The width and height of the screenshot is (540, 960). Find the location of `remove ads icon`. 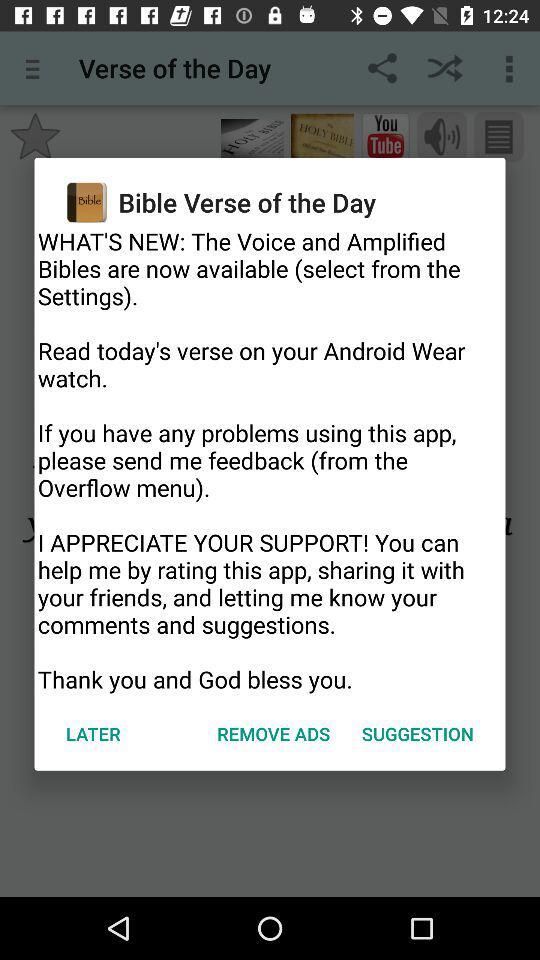

remove ads icon is located at coordinates (272, 732).